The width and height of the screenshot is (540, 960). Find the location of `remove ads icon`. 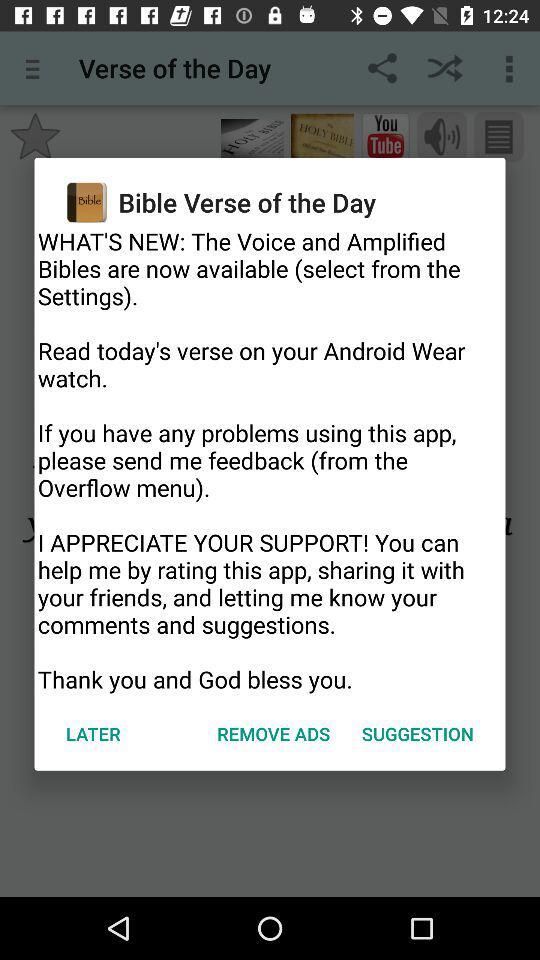

remove ads icon is located at coordinates (272, 732).